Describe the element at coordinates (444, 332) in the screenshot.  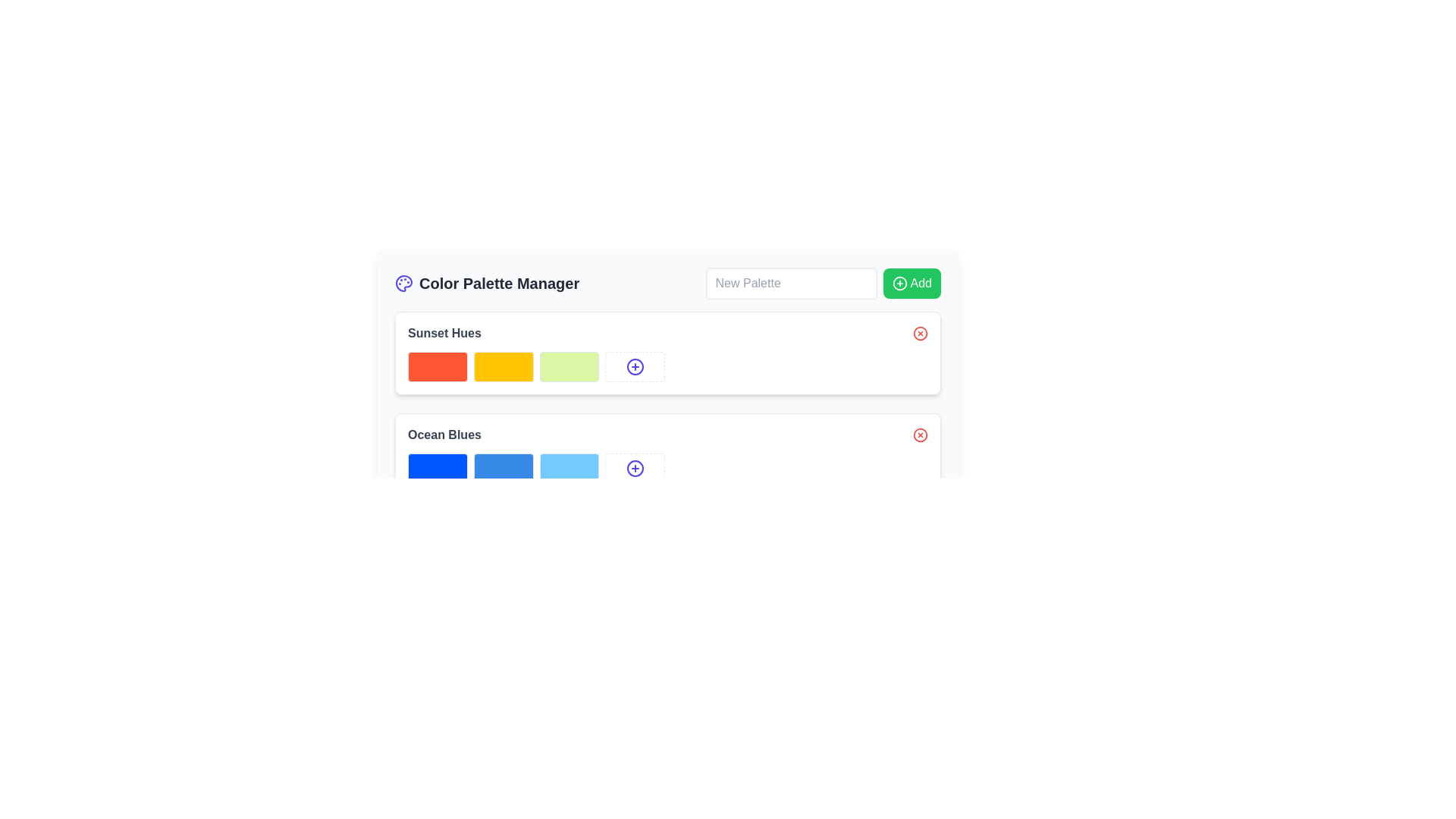
I see `the text label displaying 'Sunset Hues' in bold dark gray font, located at the top-left corner of the color palette` at that location.